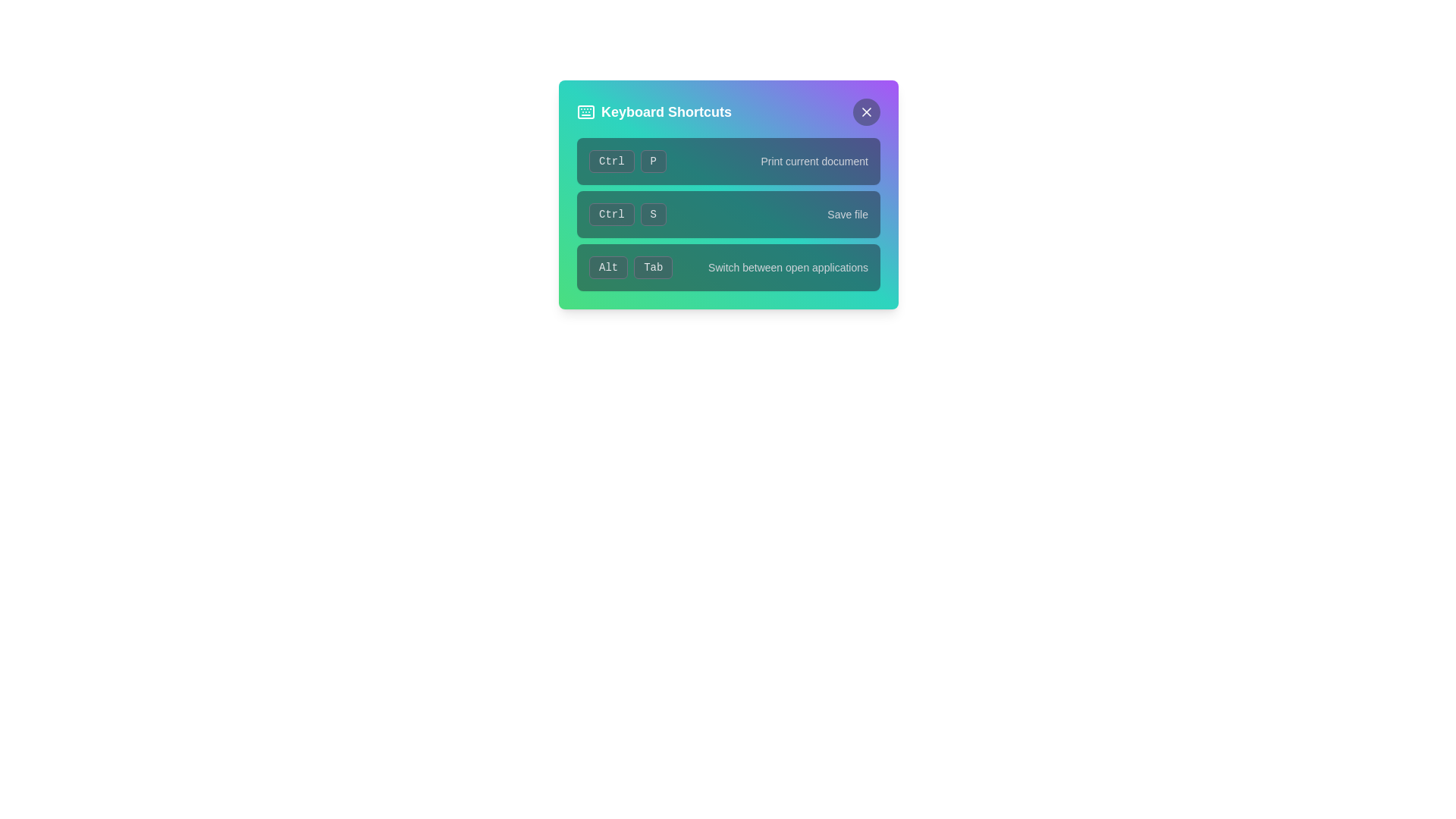 The height and width of the screenshot is (819, 1456). Describe the element at coordinates (728, 267) in the screenshot. I see `the descriptive text 'Switch between open applications' in the Keyboard Shortcut Display, which consists of 'Alt' and 'Tab' buttons with a gray background` at that location.